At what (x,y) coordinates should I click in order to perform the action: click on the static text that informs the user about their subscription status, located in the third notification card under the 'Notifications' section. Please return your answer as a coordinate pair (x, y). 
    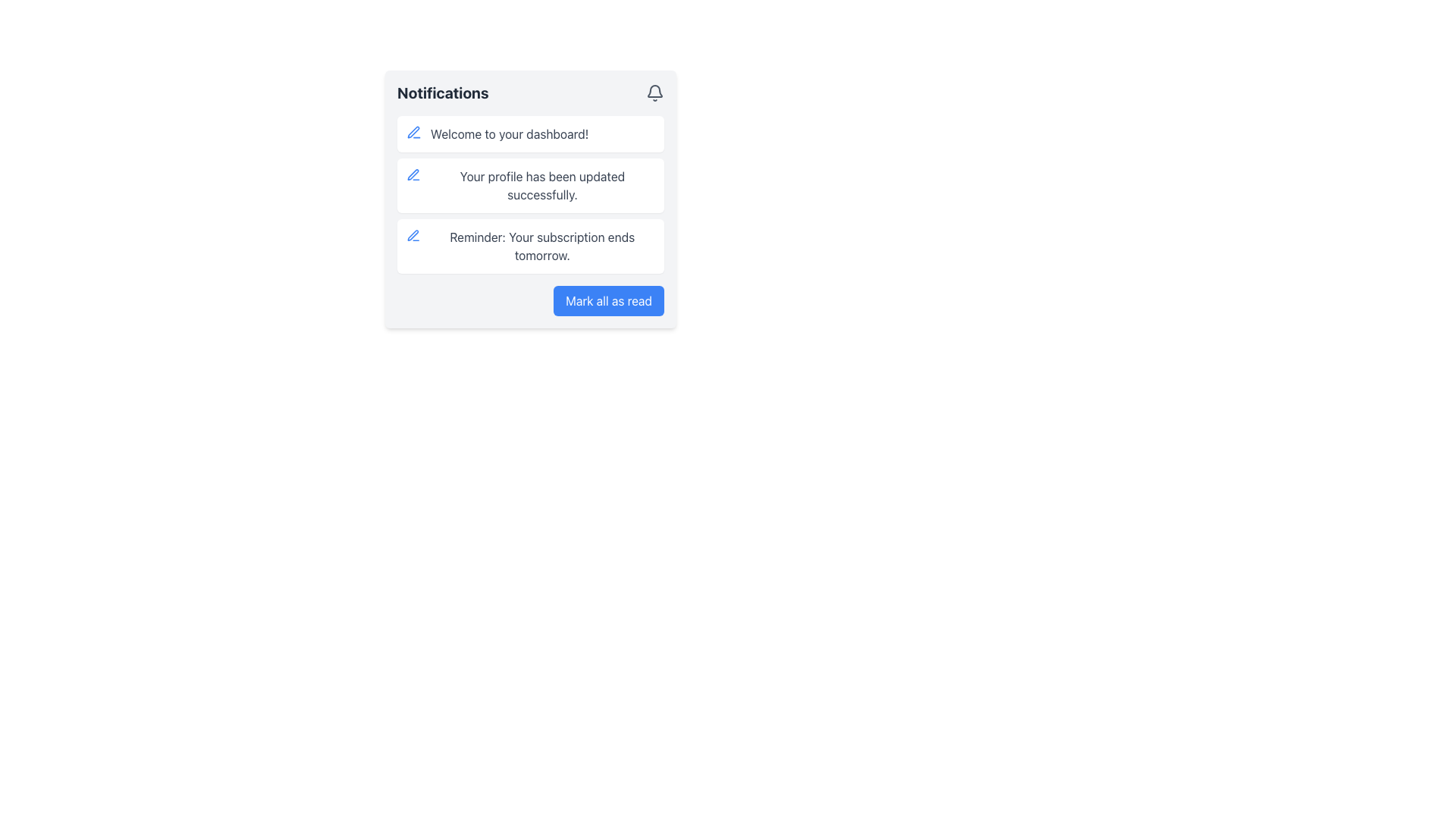
    Looking at the image, I should click on (542, 245).